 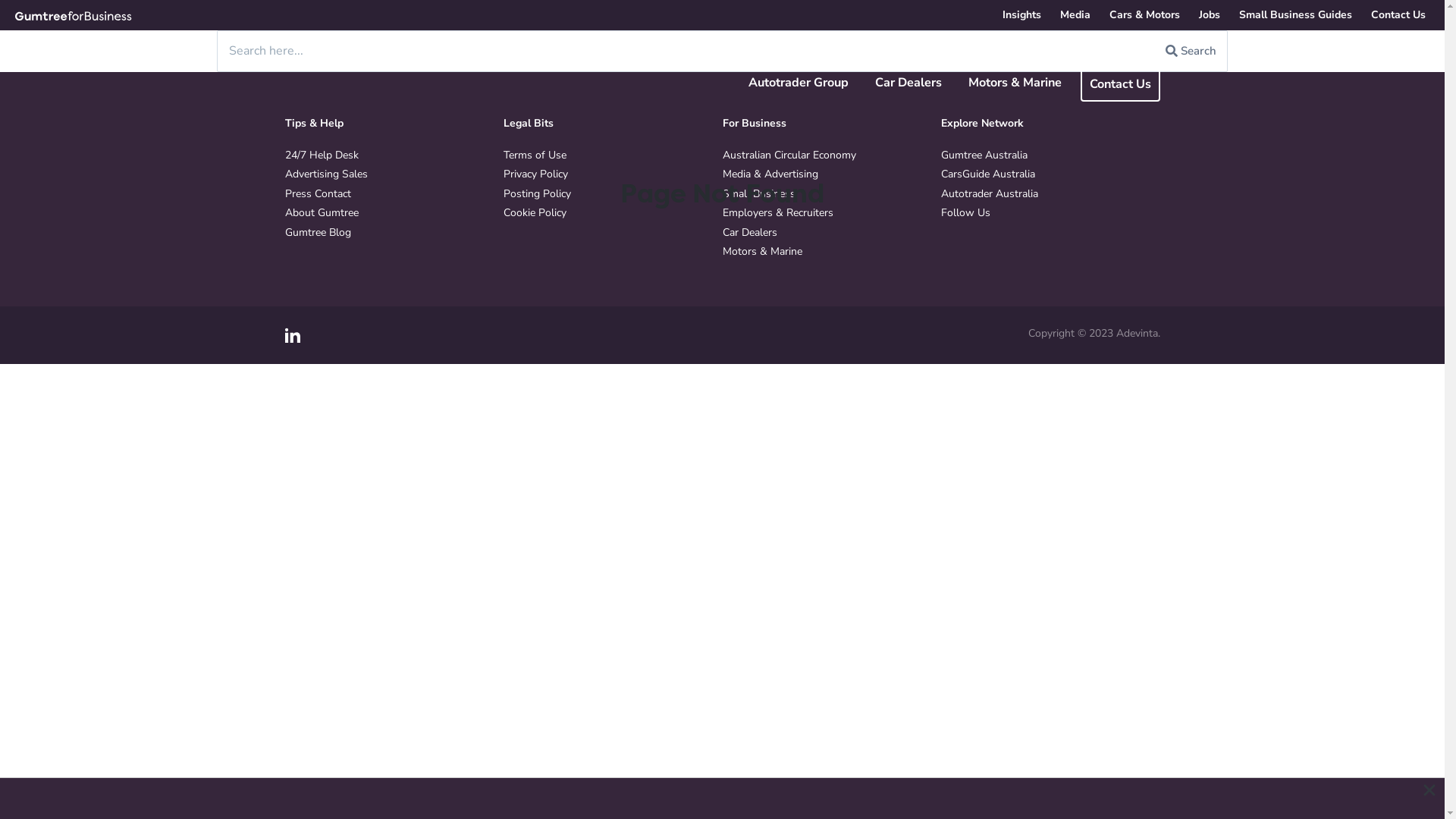 I want to click on 'LinkedIn', so click(x=292, y=334).